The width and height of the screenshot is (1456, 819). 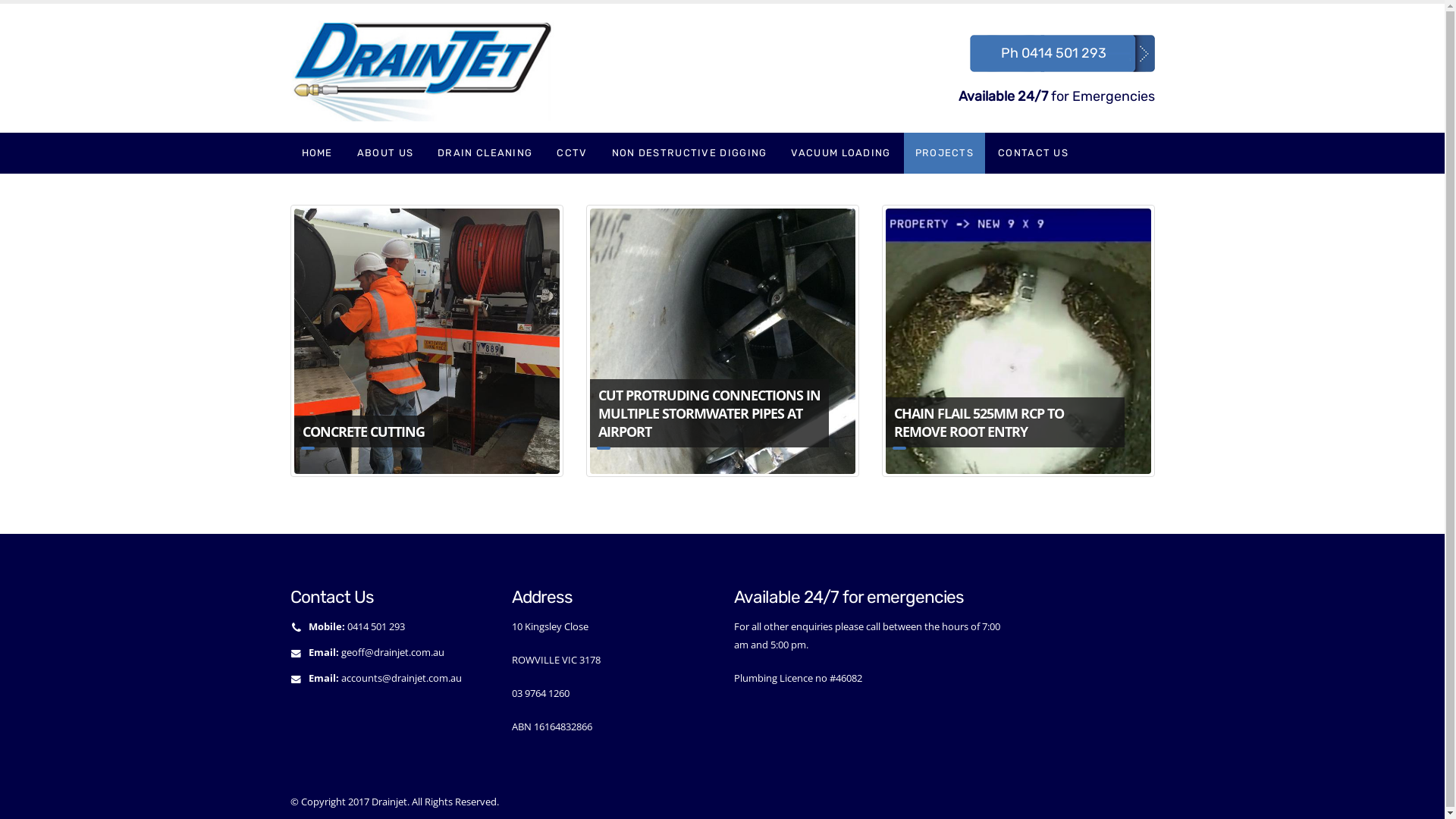 What do you see at coordinates (315, 152) in the screenshot?
I see `'HOME'` at bounding box center [315, 152].